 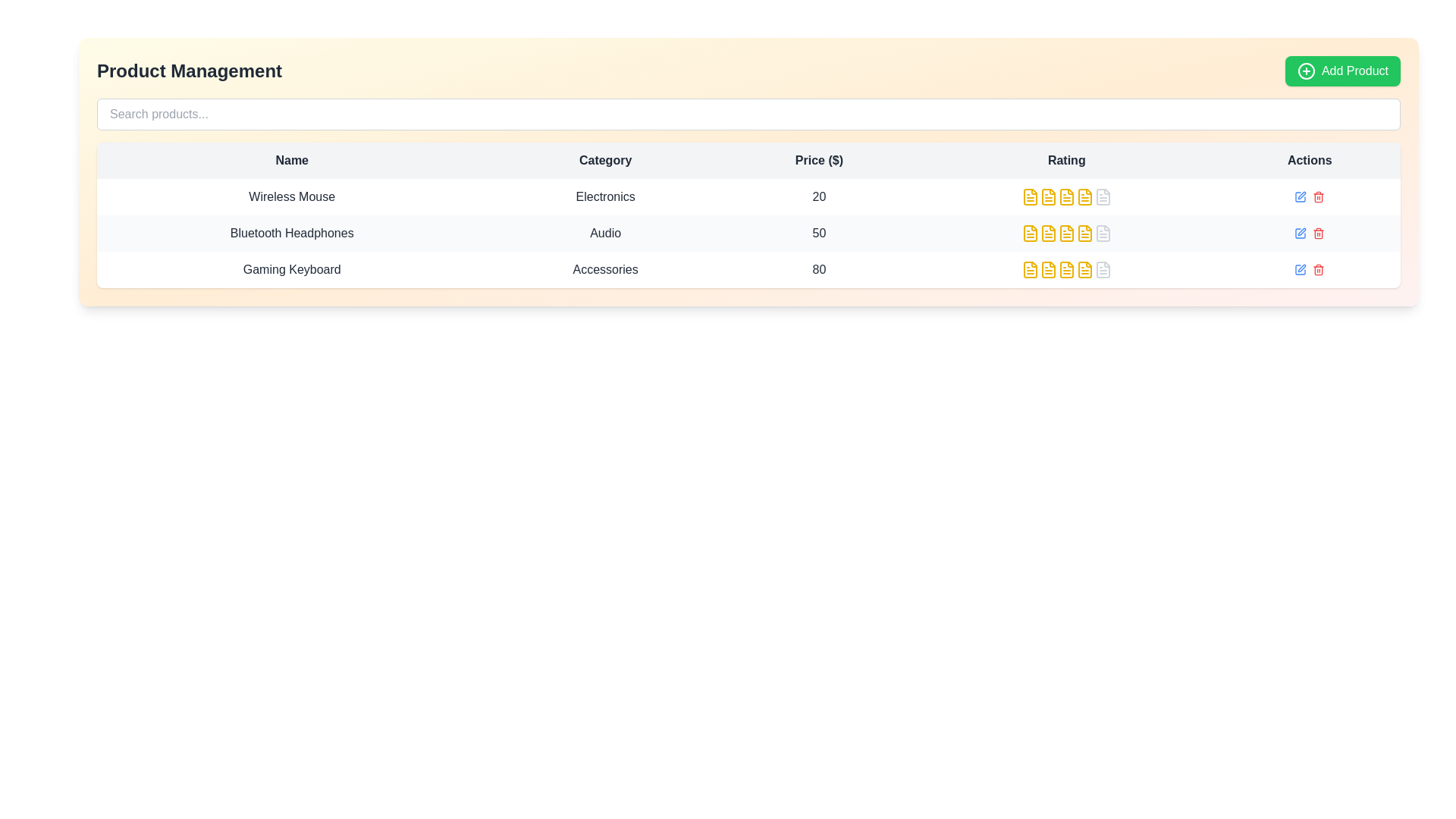 I want to click on the graphical icon representing a document in the 'Rating' column of the product management table for 'Bluetooth Headphones', so click(x=1065, y=234).